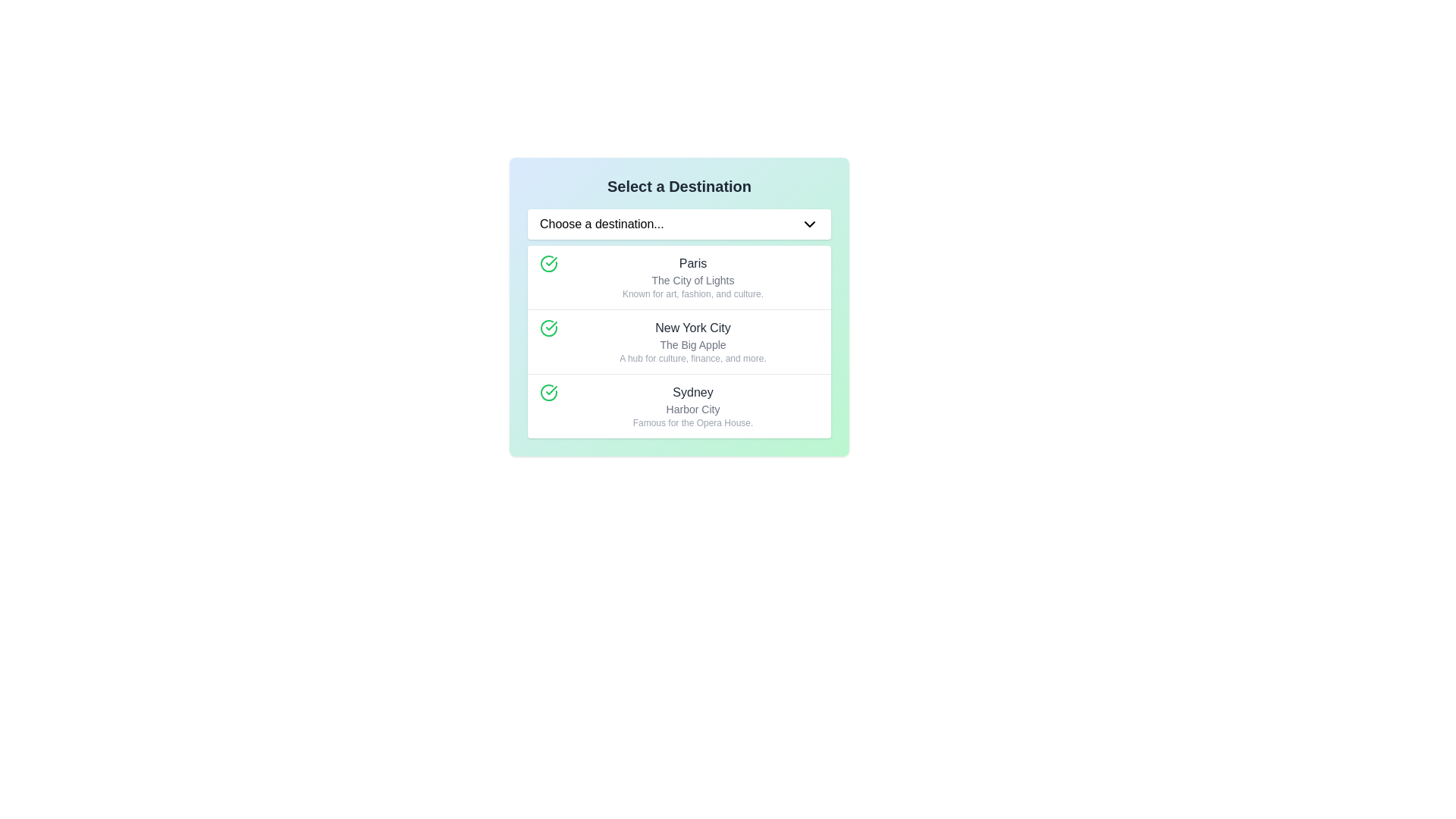 The width and height of the screenshot is (1456, 819). I want to click on the third list item that allows users to select Sydney as a destination, so click(679, 405).